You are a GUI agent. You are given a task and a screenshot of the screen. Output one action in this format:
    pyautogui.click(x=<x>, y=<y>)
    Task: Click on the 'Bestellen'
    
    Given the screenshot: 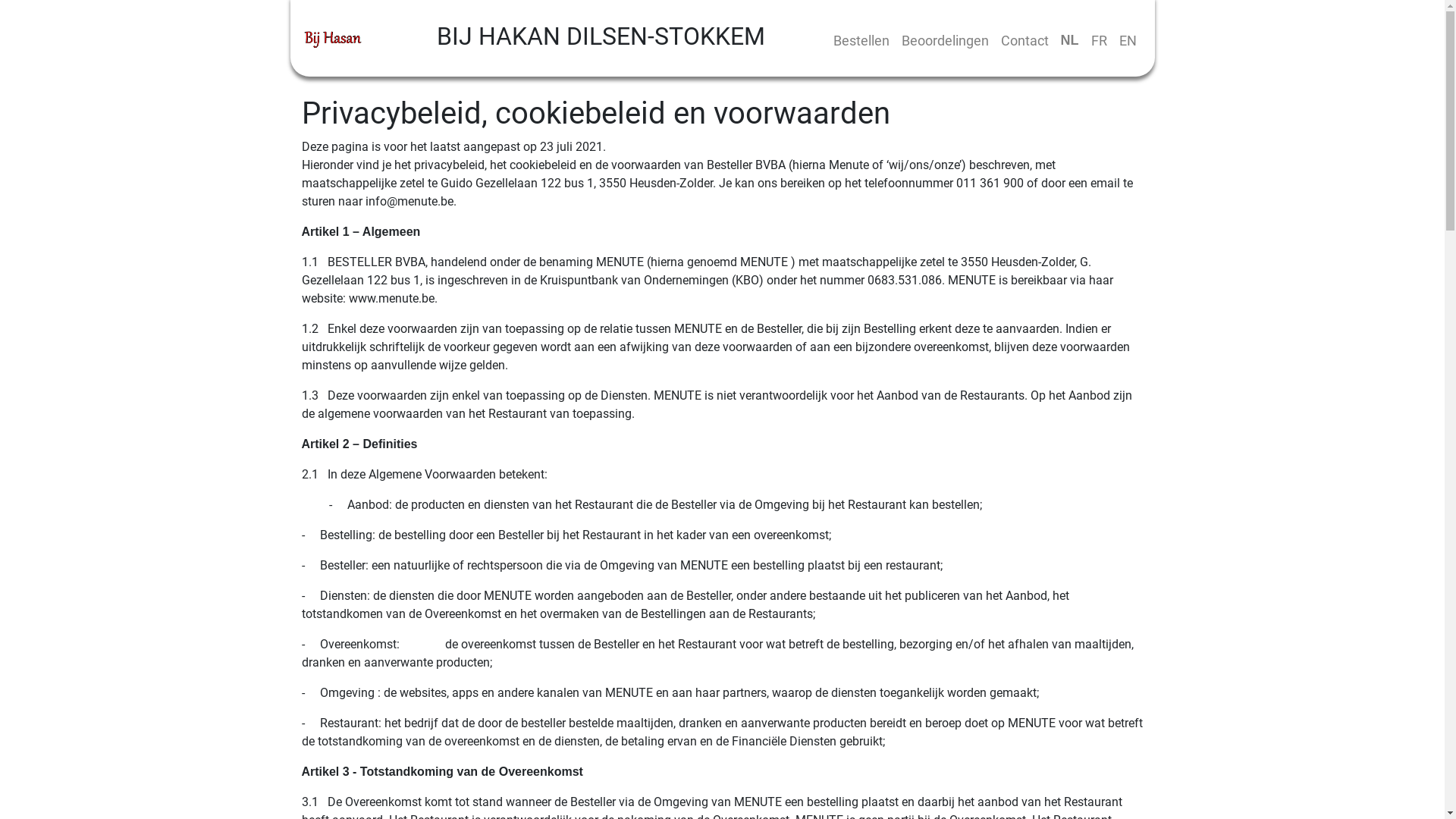 What is the action you would take?
    pyautogui.click(x=860, y=39)
    